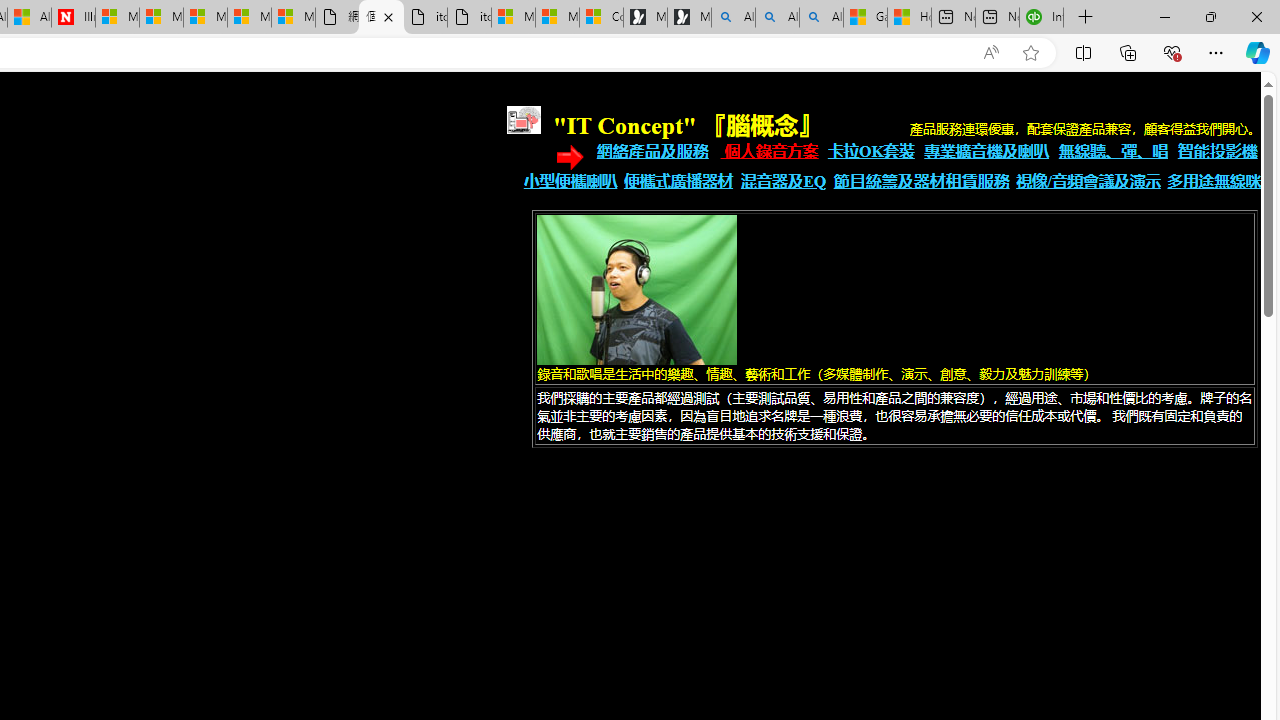  Describe the element at coordinates (821, 17) in the screenshot. I see `'Alabama high school quarterback dies - Search Videos'` at that location.